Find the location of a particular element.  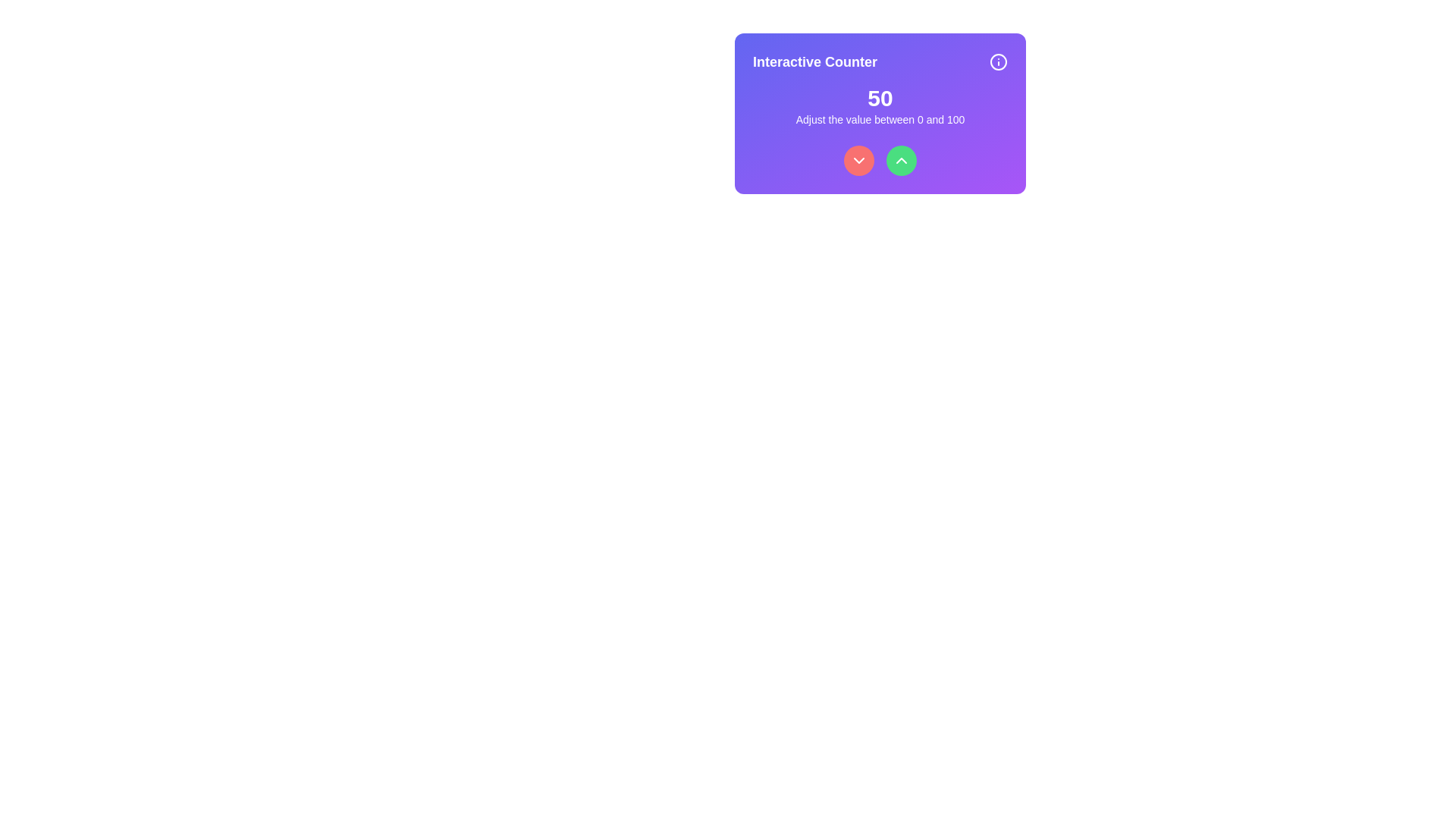

the circular icon with a central dot and an enclosing circle, located in the top-right corner of the 'Interactive Counter' interface is located at coordinates (998, 61).